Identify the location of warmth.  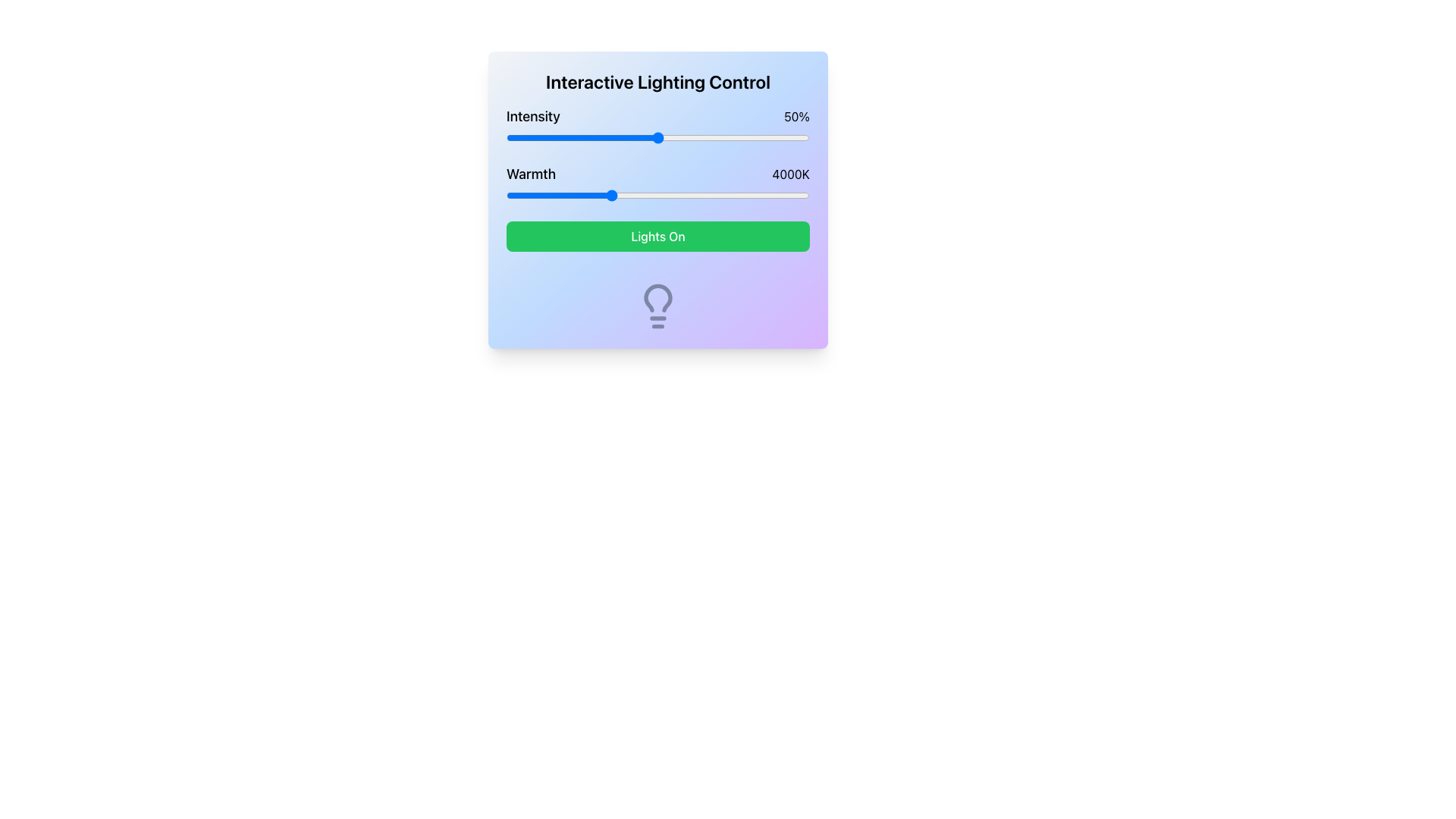
(580, 195).